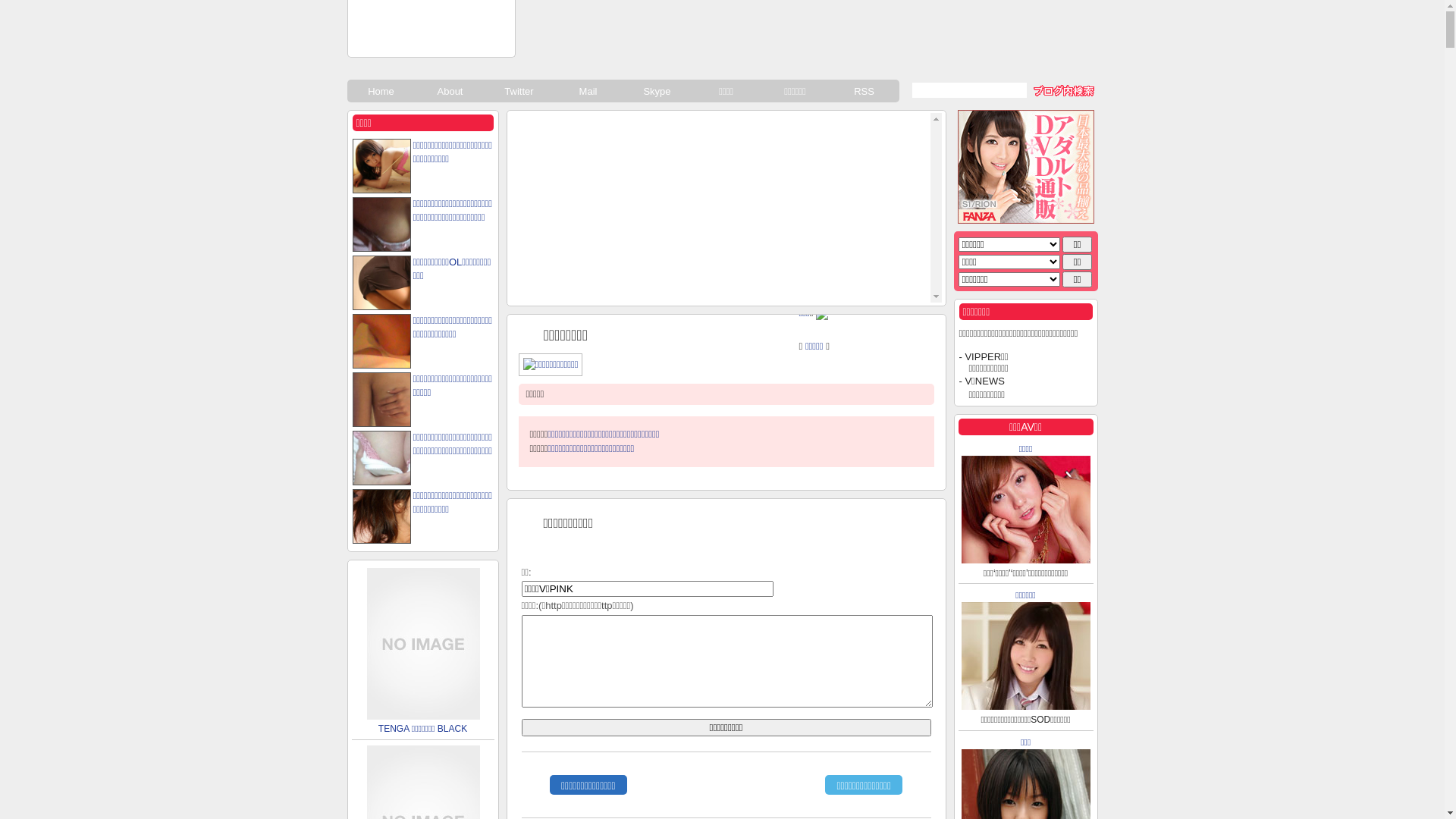  Describe the element at coordinates (552, 90) in the screenshot. I see `'Mail'` at that location.